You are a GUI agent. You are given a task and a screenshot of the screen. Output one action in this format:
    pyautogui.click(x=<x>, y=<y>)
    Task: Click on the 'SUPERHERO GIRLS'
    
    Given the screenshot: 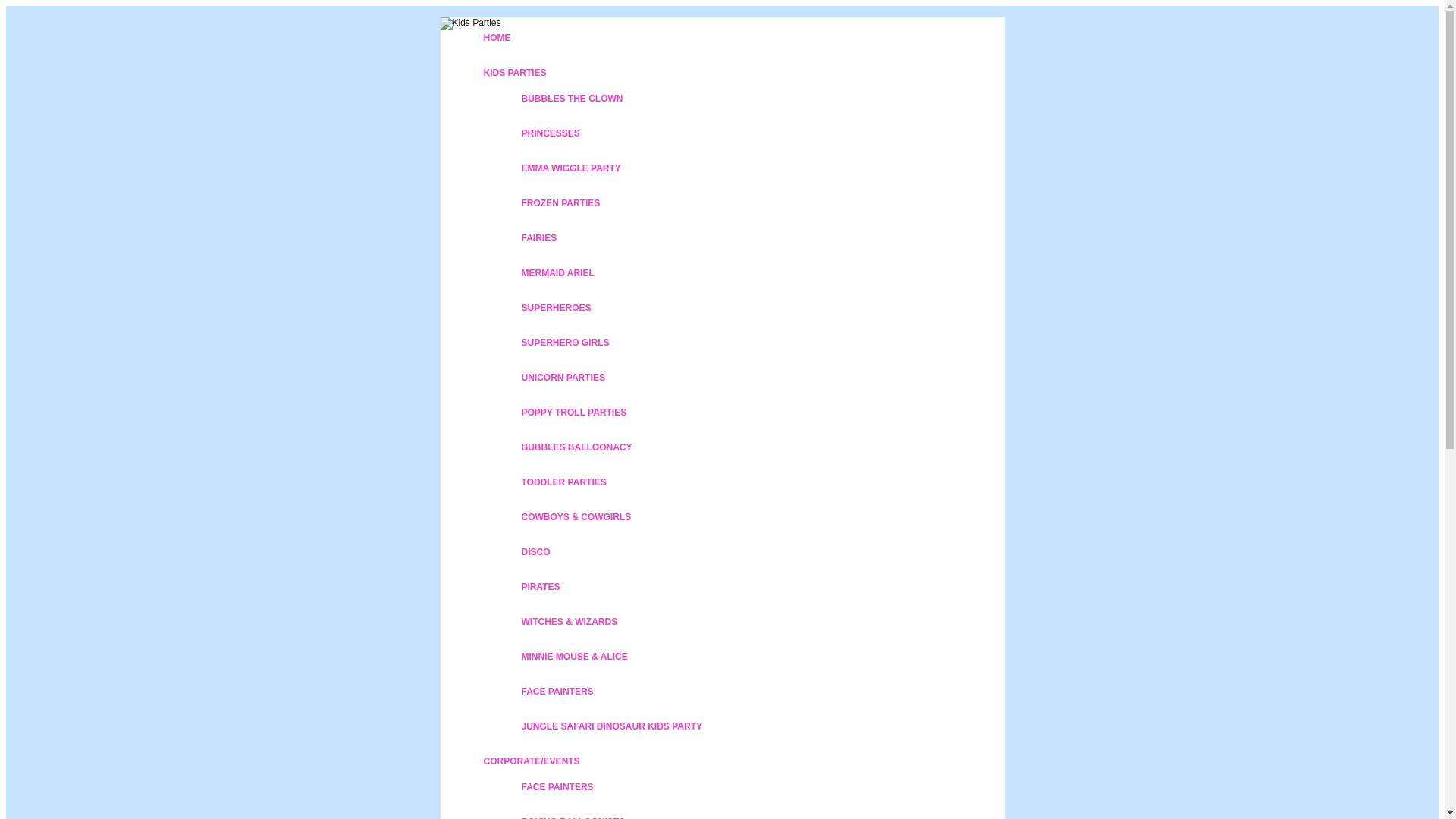 What is the action you would take?
    pyautogui.click(x=563, y=342)
    